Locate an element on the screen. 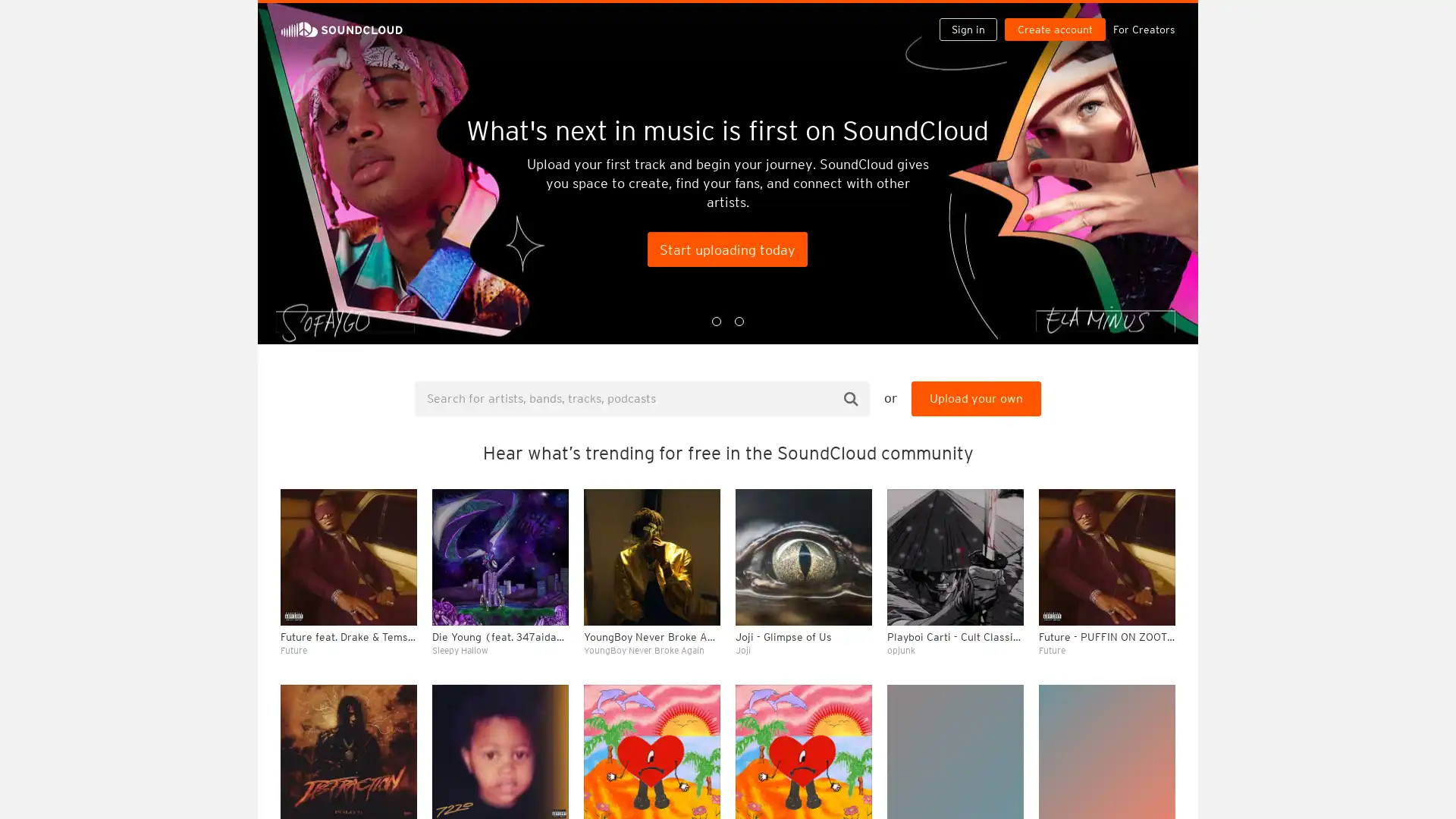 This screenshot has width=1456, height=819. Search is located at coordinates (919, 17).